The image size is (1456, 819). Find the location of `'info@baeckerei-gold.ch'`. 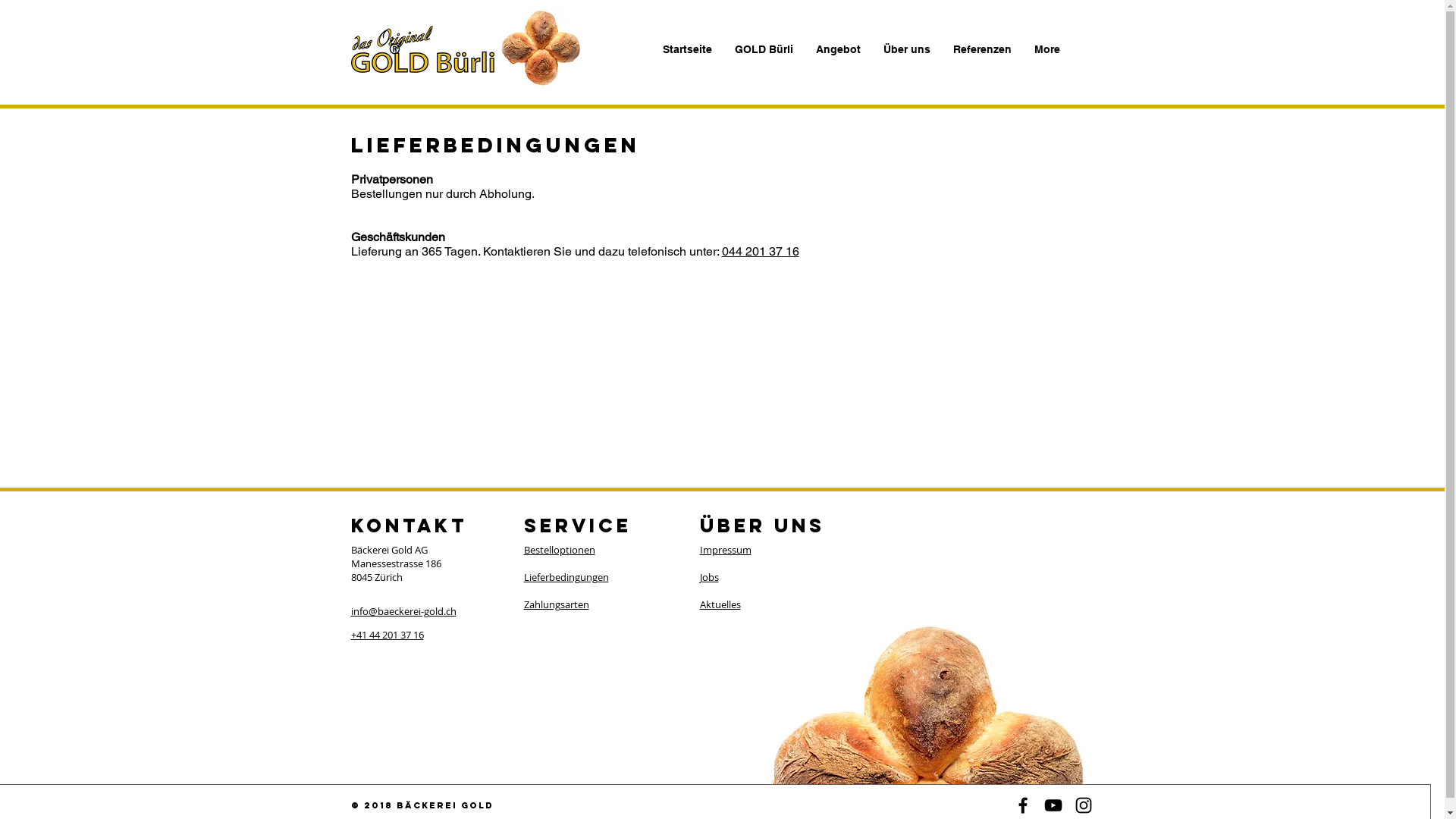

'info@baeckerei-gold.ch' is located at coordinates (403, 610).